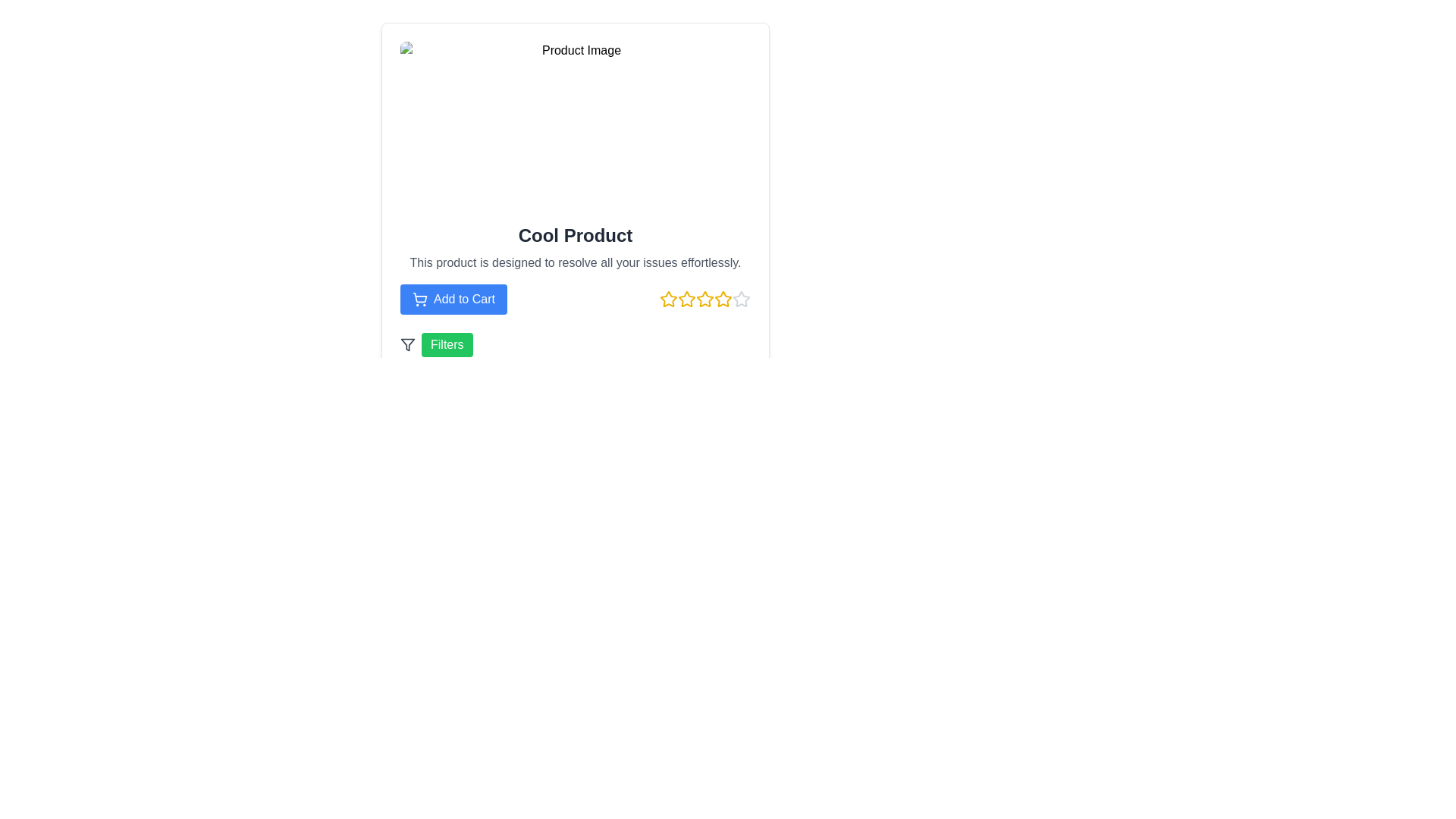 The image size is (1456, 819). Describe the element at coordinates (574, 236) in the screenshot. I see `the text label displaying 'Cool Product' which is styled in bold, large dark gray font and positioned prominently below the product image` at that location.